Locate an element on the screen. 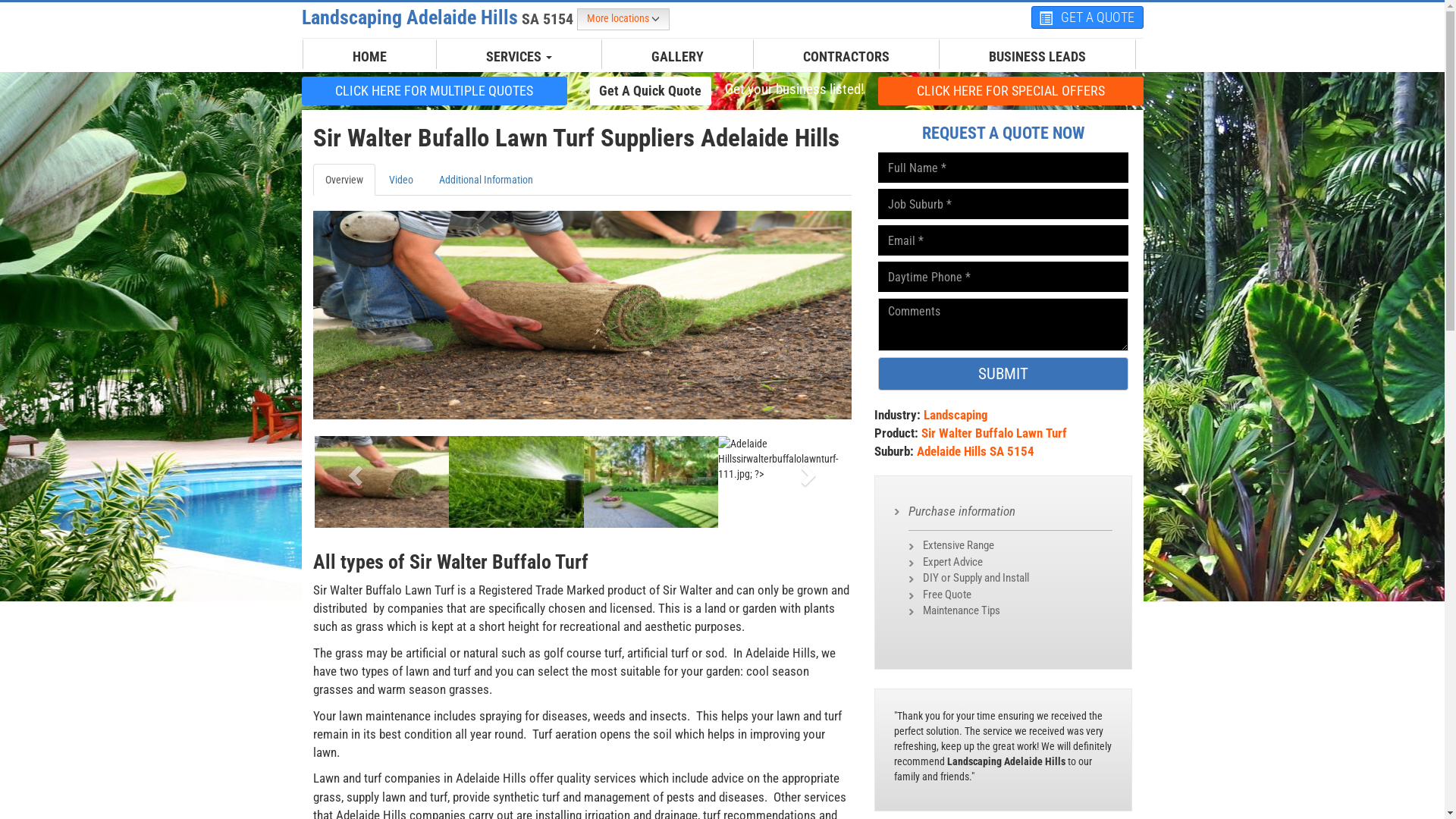  'HOME' is located at coordinates (369, 55).